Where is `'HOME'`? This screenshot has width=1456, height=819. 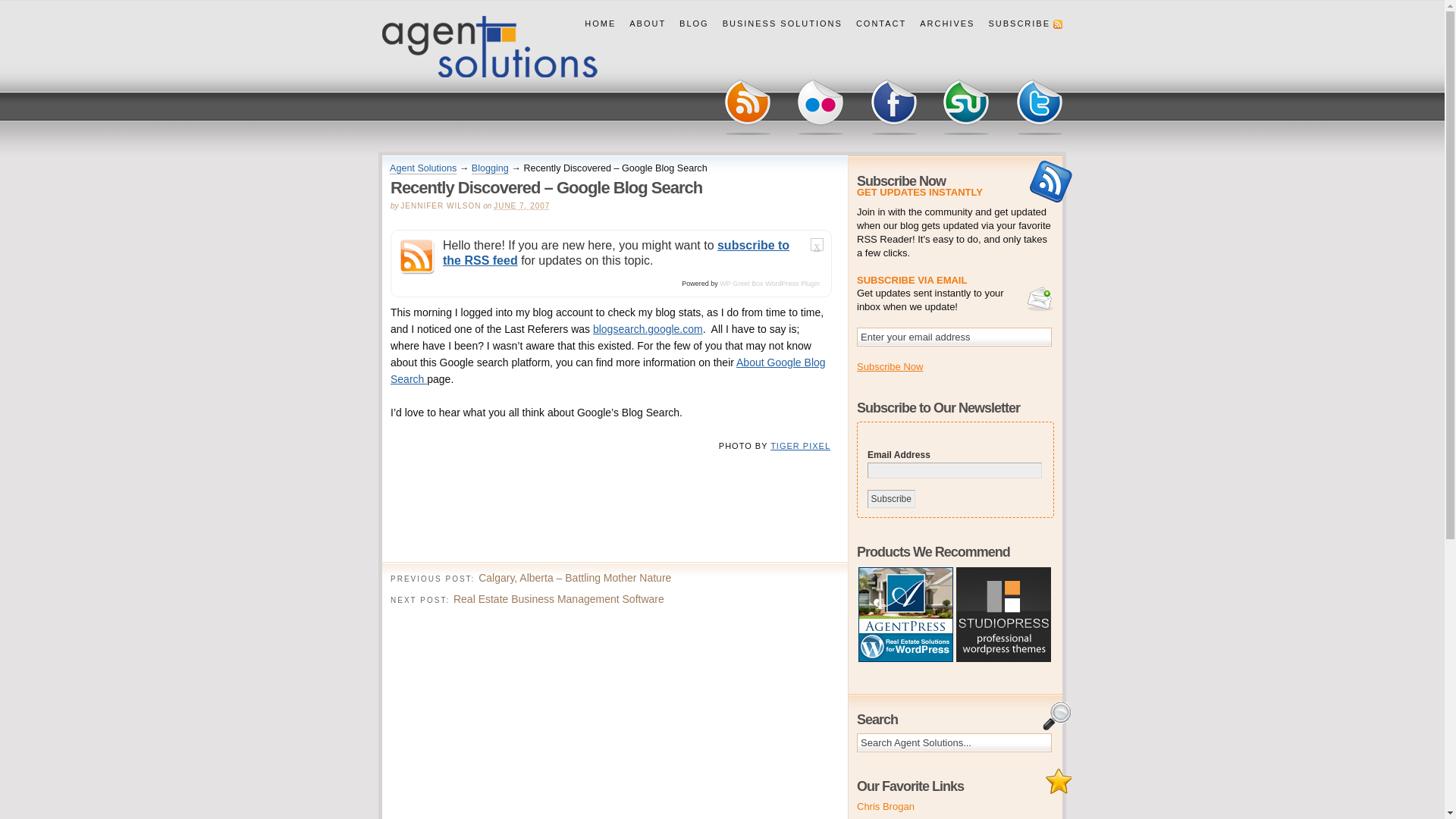 'HOME' is located at coordinates (599, 24).